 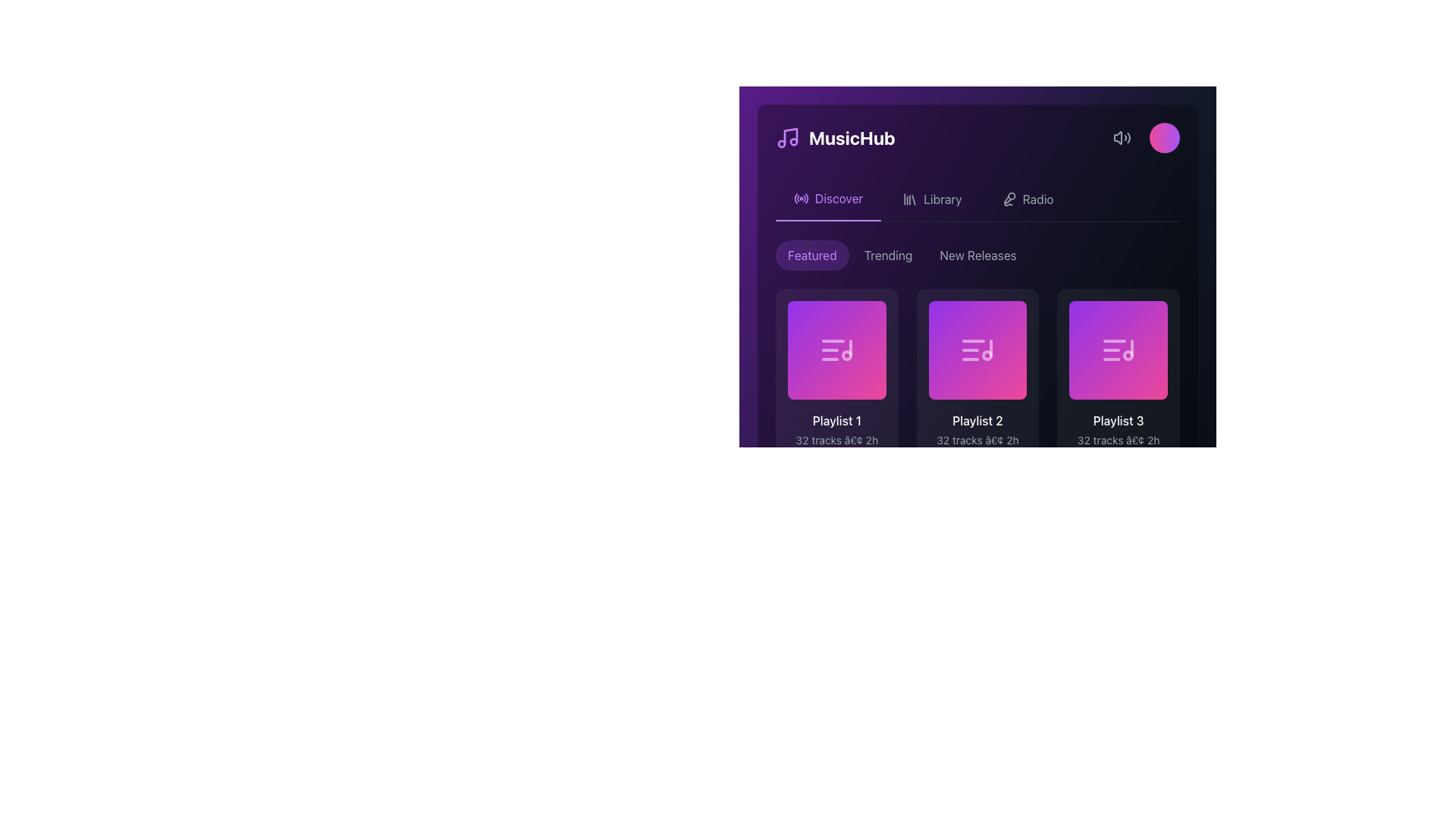 I want to click on the circular button with a gray speaker icon in the top-right section of the interface, so click(x=1122, y=137).